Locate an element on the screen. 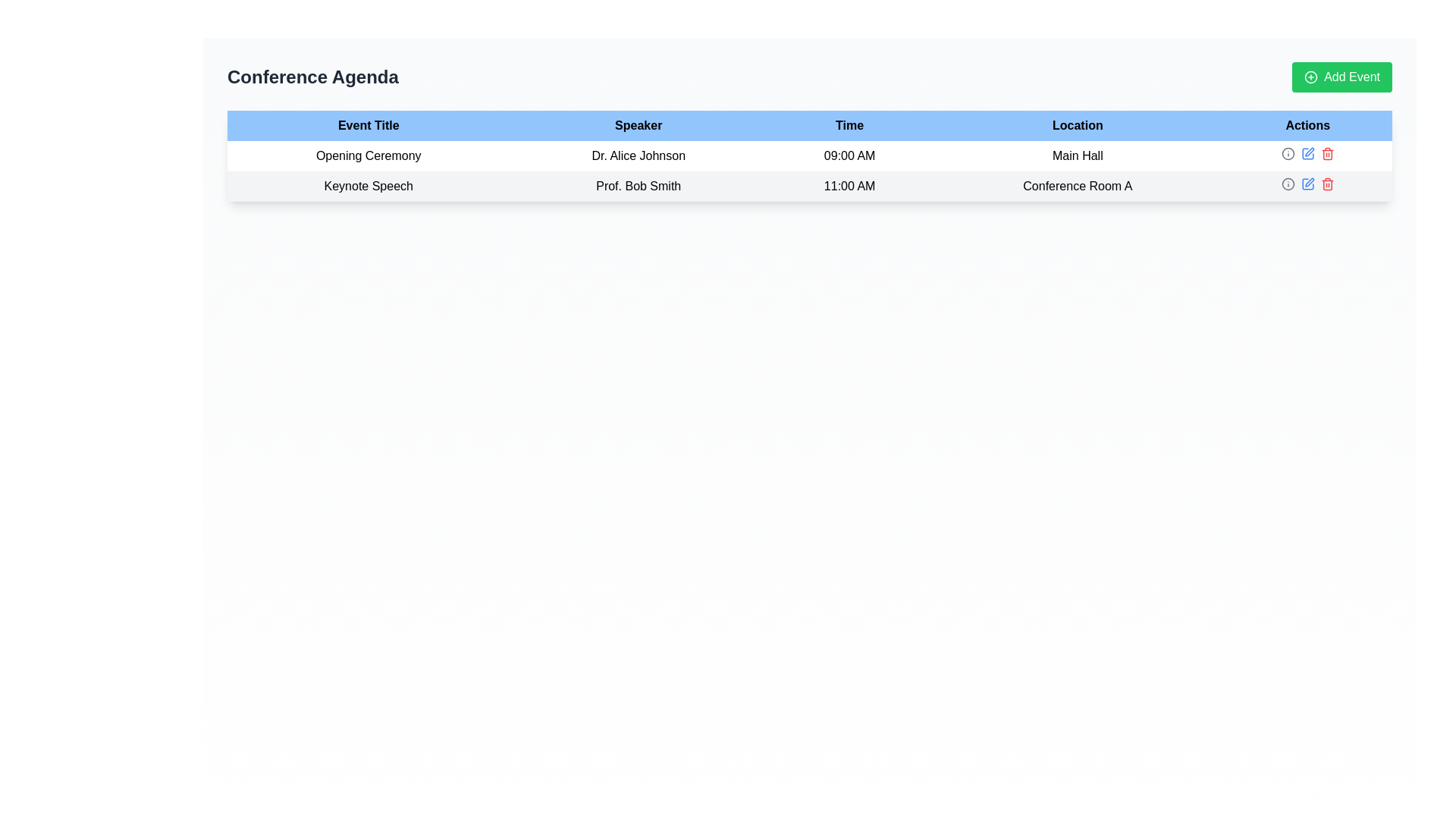 Image resolution: width=1456 pixels, height=819 pixels. the 'Edit' icon button located in the actions column of the table row for 'Opening Ceremony' is located at coordinates (1307, 154).